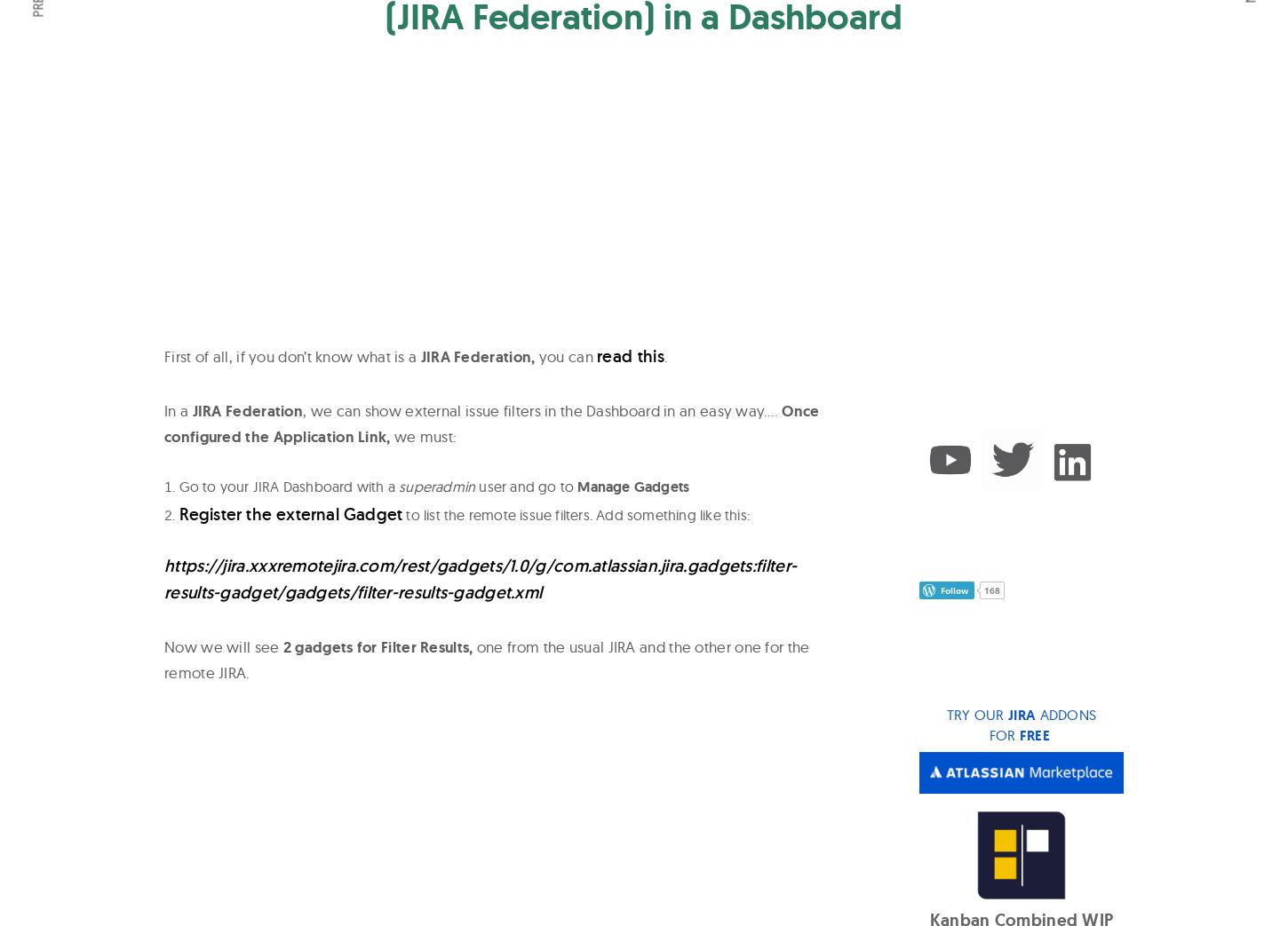  I want to click on 'you can', so click(564, 355).